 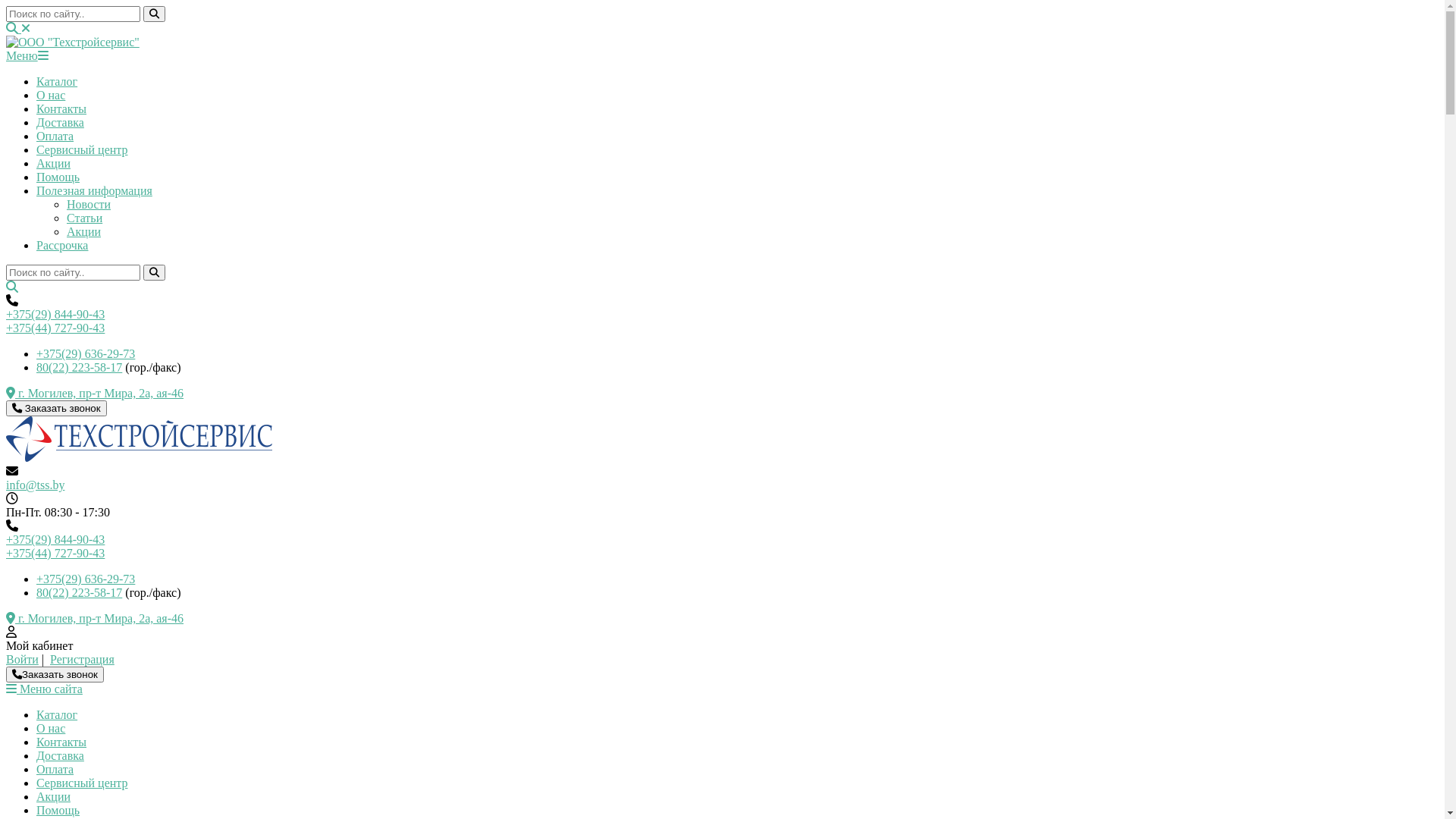 I want to click on '+375(29) 844-90-43', so click(x=55, y=313).